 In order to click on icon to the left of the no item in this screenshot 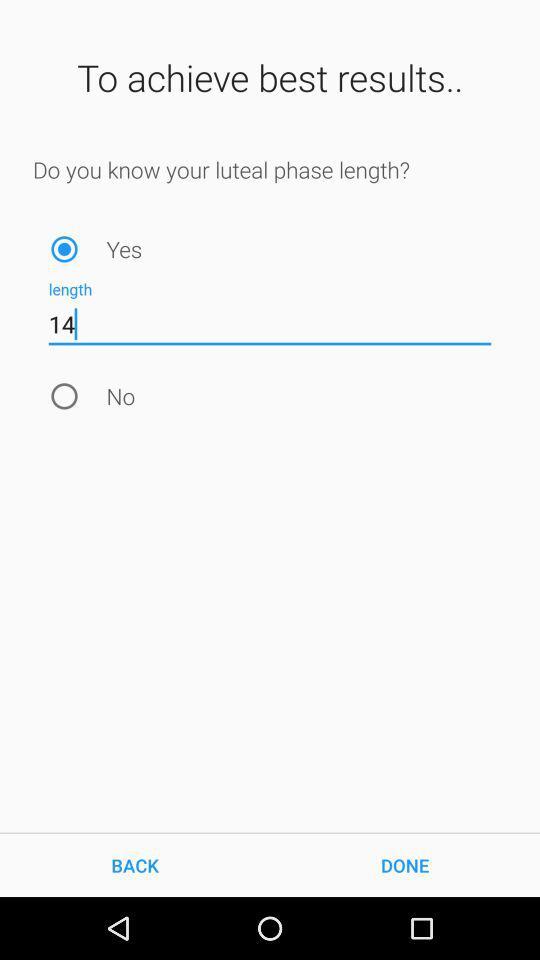, I will do `click(64, 395)`.